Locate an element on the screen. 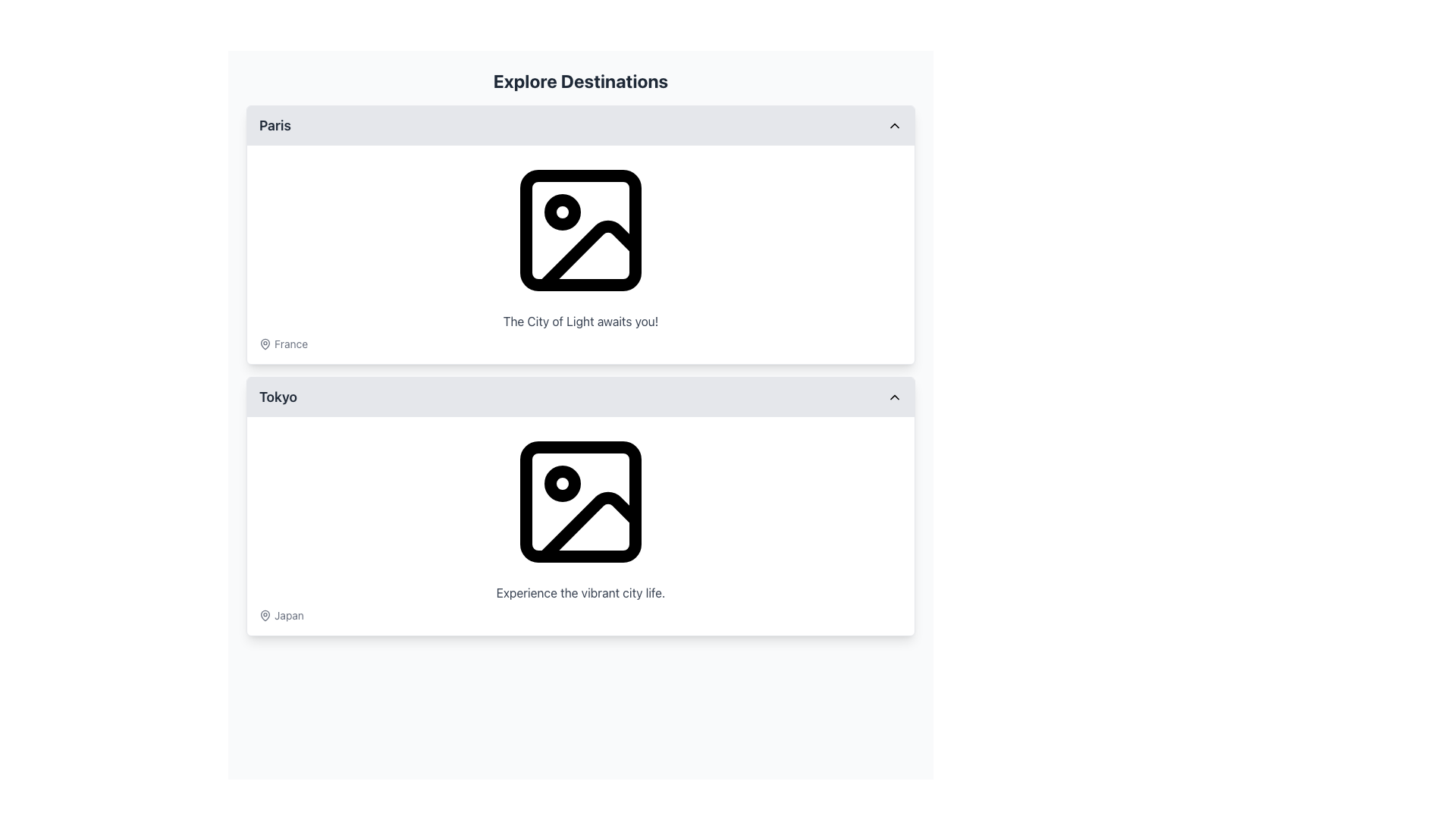 This screenshot has height=819, width=1456. text element that says 'The City of Light awaits you!' which is styled in gray and positioned above the label 'France' within the 'Paris' section is located at coordinates (580, 321).